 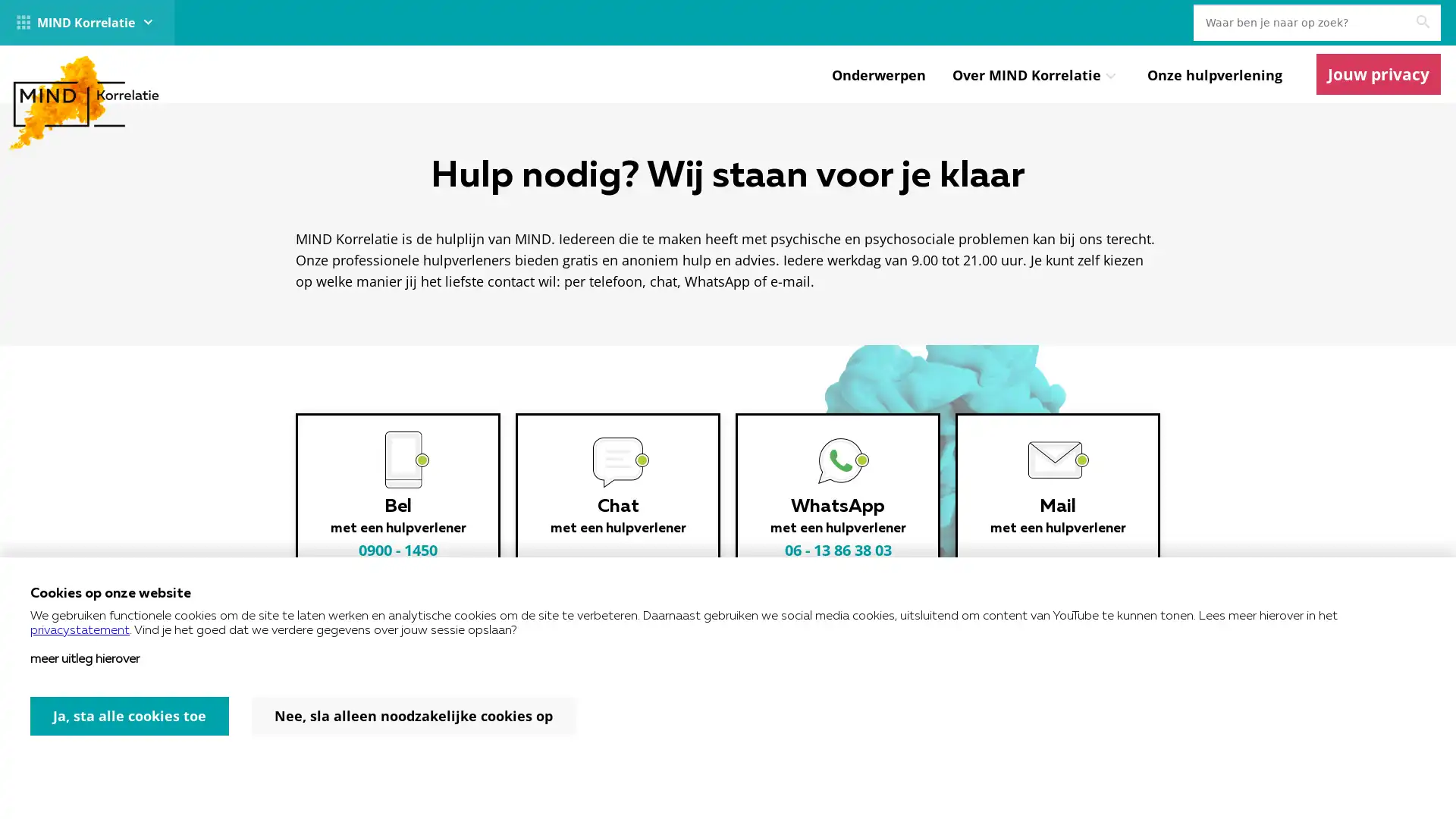 What do you see at coordinates (130, 716) in the screenshot?
I see `Ja, sta alle cookies toe` at bounding box center [130, 716].